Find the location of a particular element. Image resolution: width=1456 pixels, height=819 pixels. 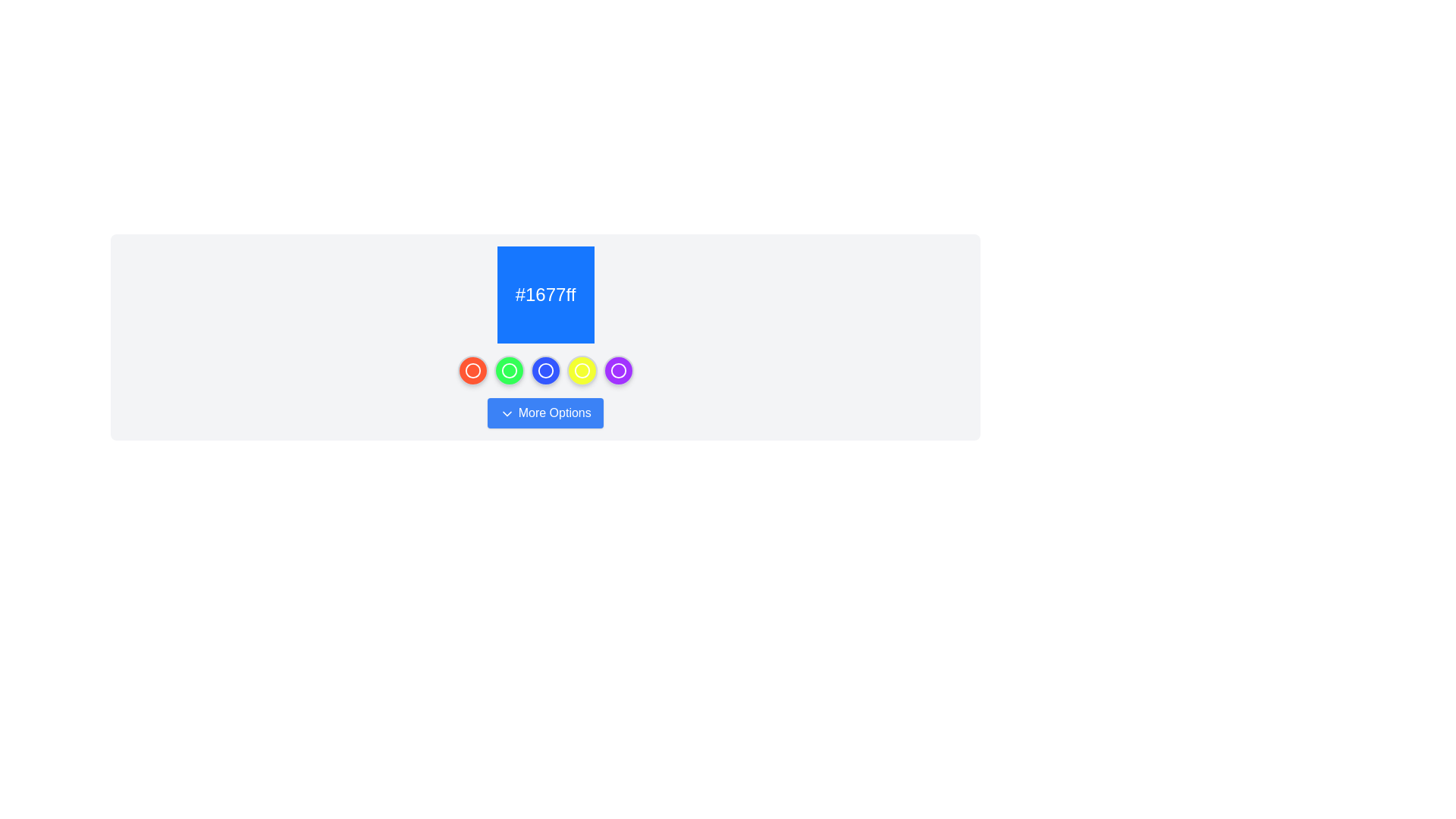

the sixth circular button located below the blue square labeled '#1677ff' is located at coordinates (618, 371).